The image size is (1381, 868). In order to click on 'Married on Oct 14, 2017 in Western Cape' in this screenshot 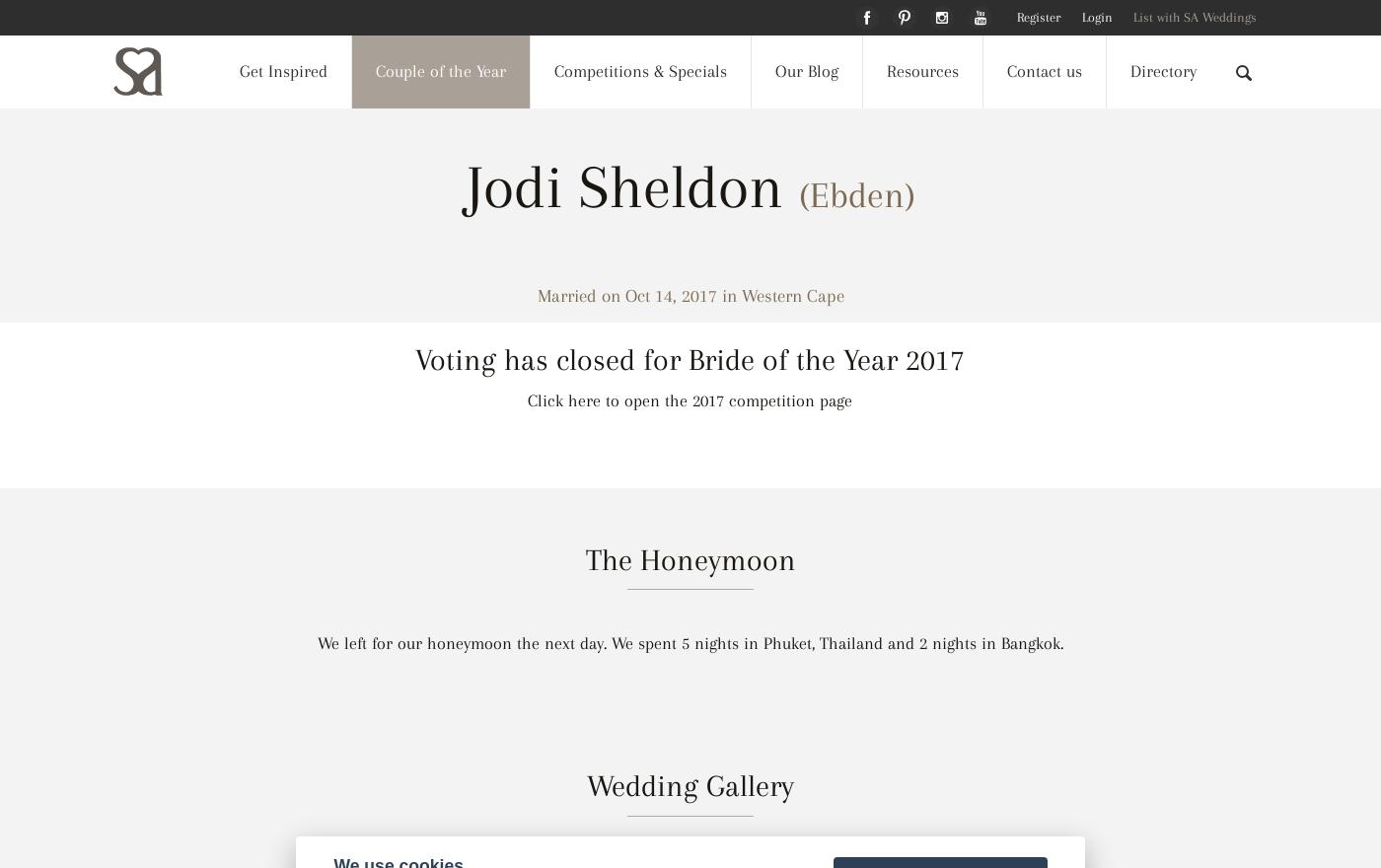, I will do `click(690, 294)`.